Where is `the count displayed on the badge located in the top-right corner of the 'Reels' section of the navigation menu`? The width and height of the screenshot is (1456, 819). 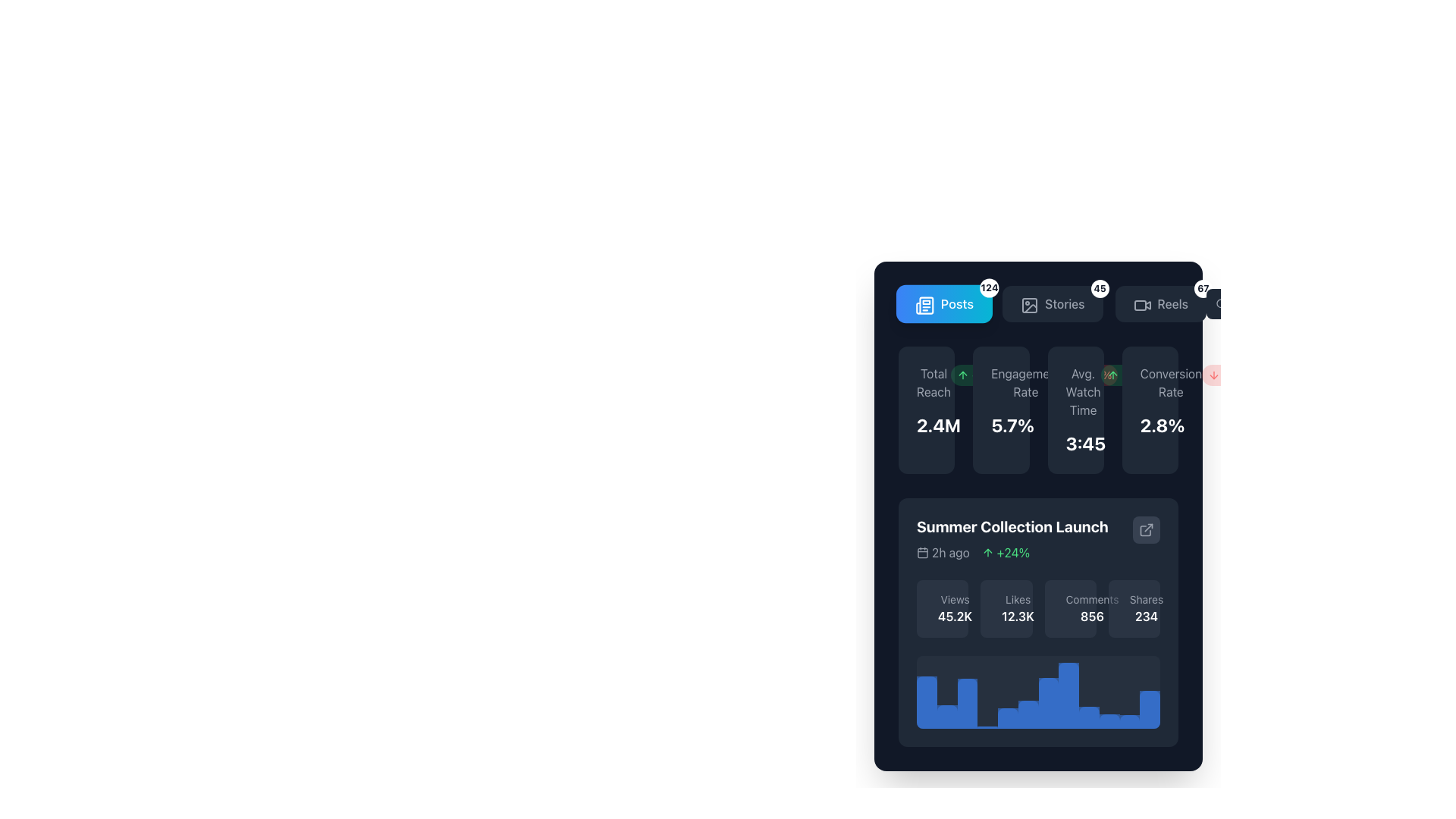
the count displayed on the badge located in the top-right corner of the 'Reels' section of the navigation menu is located at coordinates (1202, 289).